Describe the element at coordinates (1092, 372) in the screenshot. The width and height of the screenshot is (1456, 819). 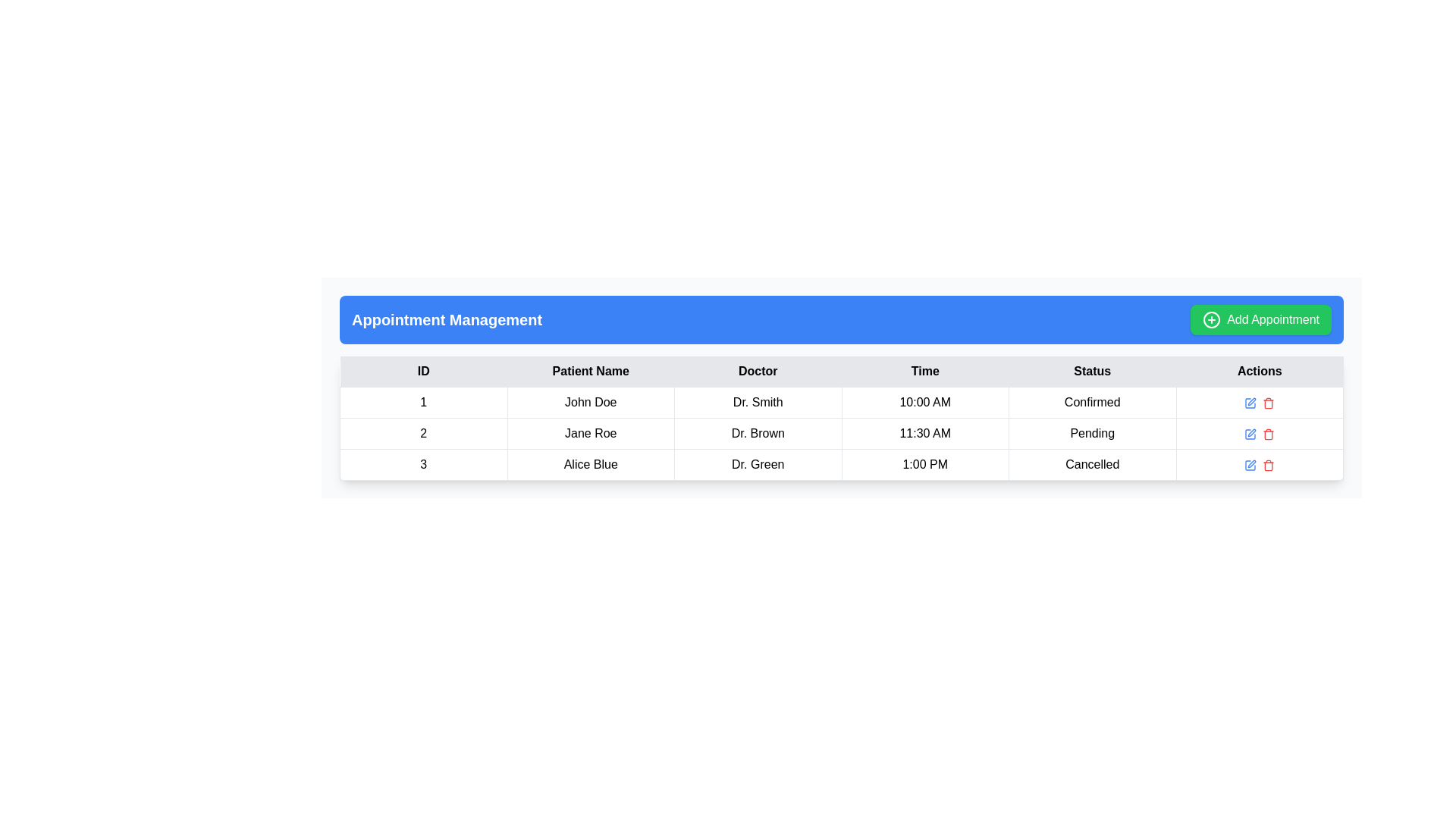
I see `the 'Status' text label, which is a bold, black text element centered within a light gray background, located in the header row of a table` at that location.